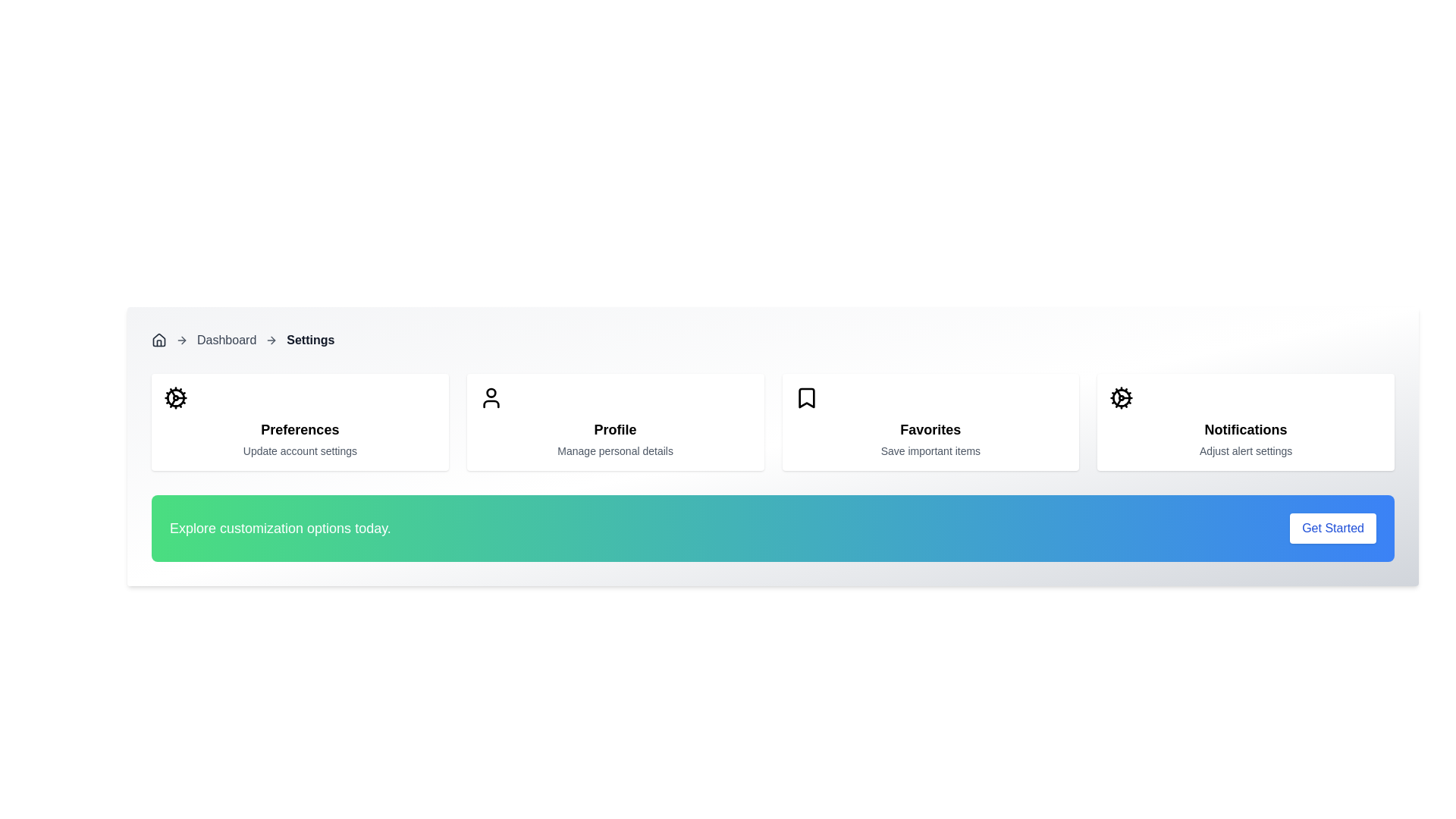  I want to click on the rectangular button with rounded corners that has a white background and blue text saying 'Get Started' to initiate action, so click(1332, 528).